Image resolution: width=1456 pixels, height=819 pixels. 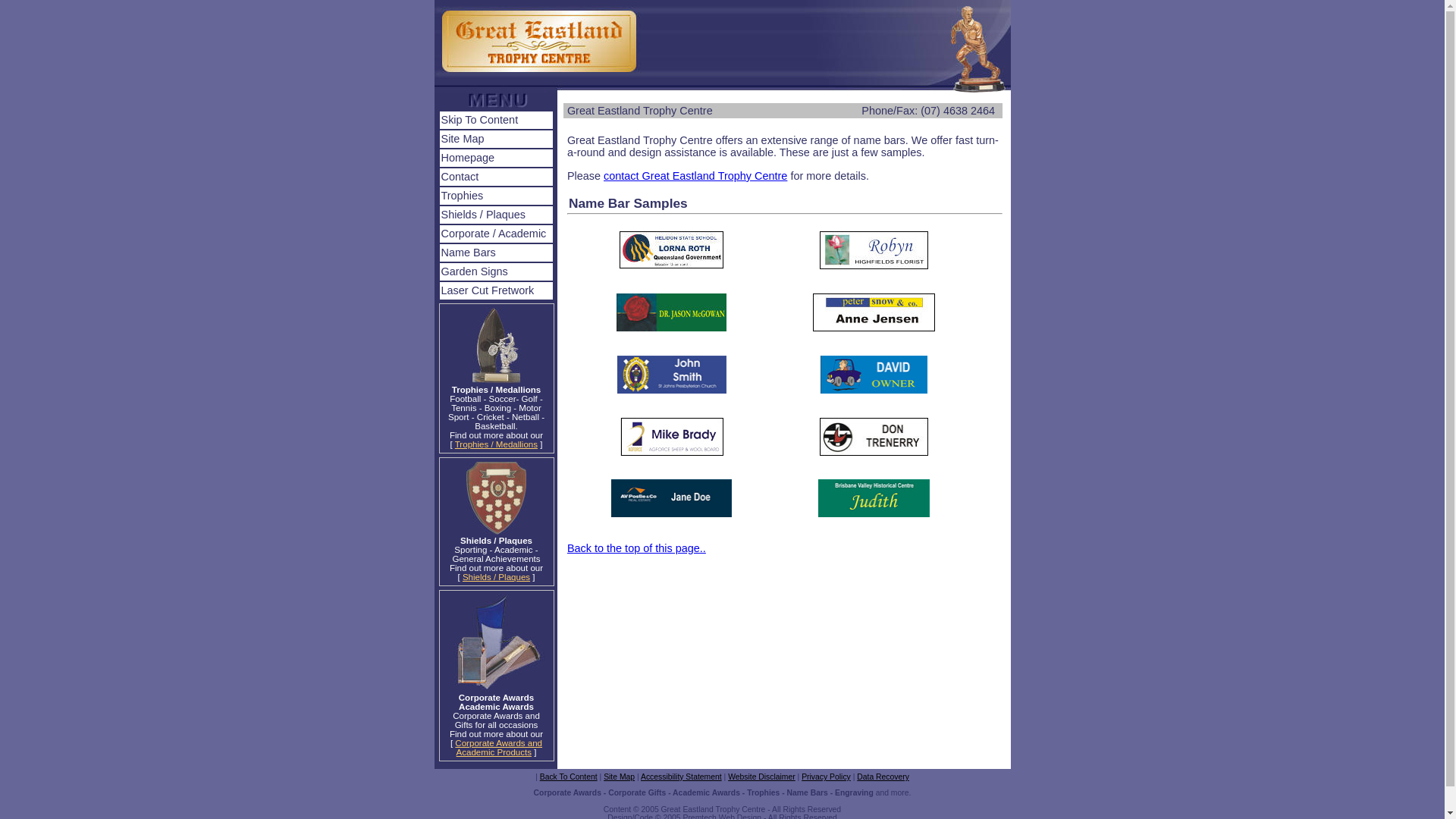 What do you see at coordinates (496, 252) in the screenshot?
I see `'Name Bars'` at bounding box center [496, 252].